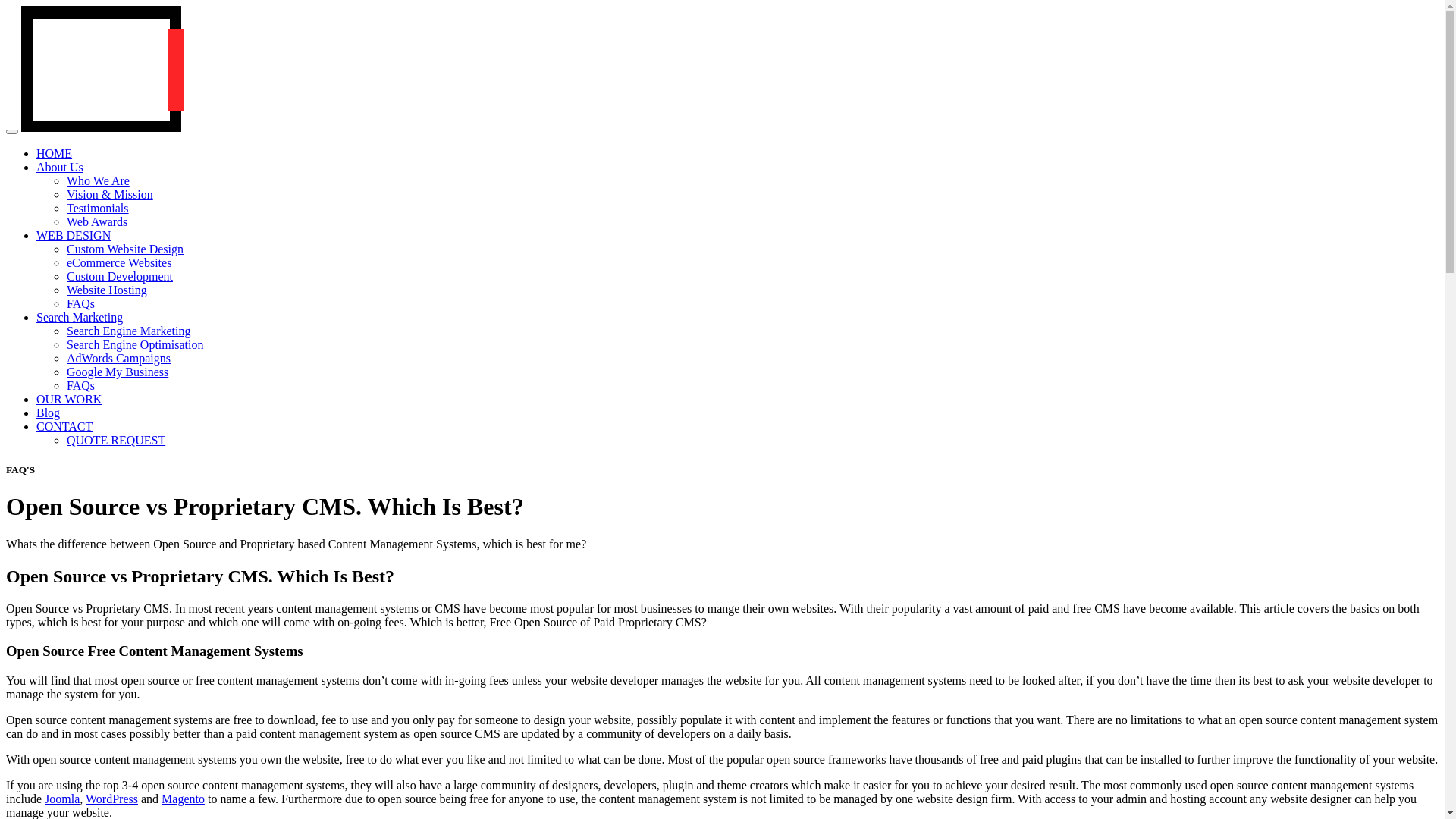 This screenshot has width=1456, height=819. Describe the element at coordinates (119, 276) in the screenshot. I see `'Custom Development'` at that location.